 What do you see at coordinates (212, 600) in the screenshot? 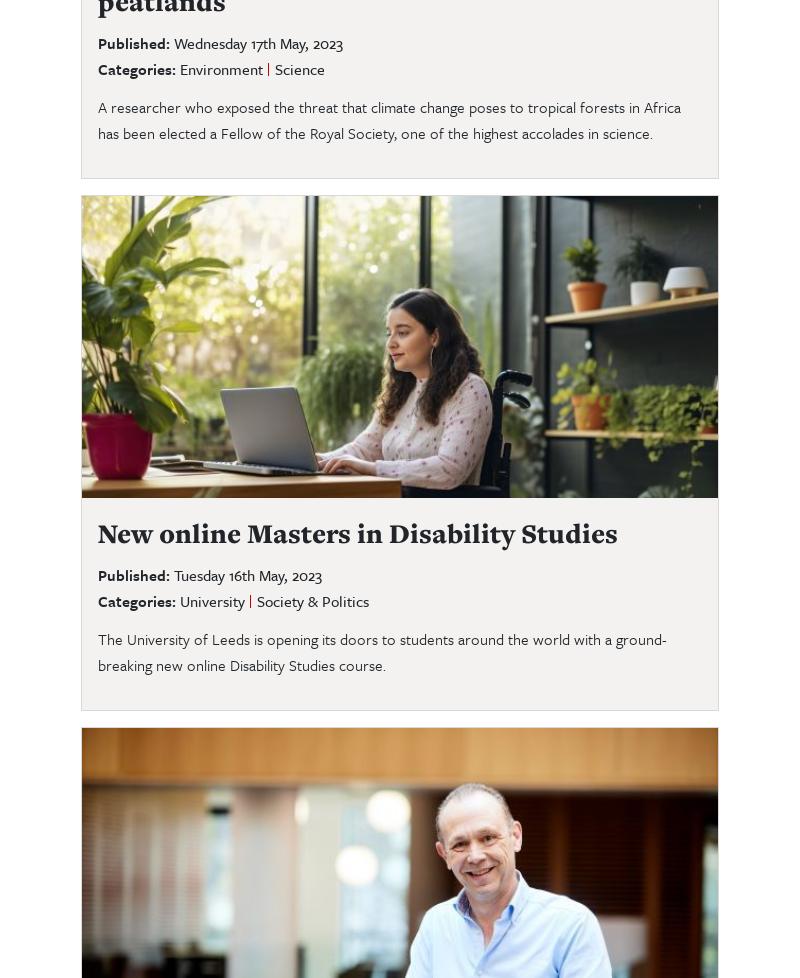
I see `'University'` at bounding box center [212, 600].